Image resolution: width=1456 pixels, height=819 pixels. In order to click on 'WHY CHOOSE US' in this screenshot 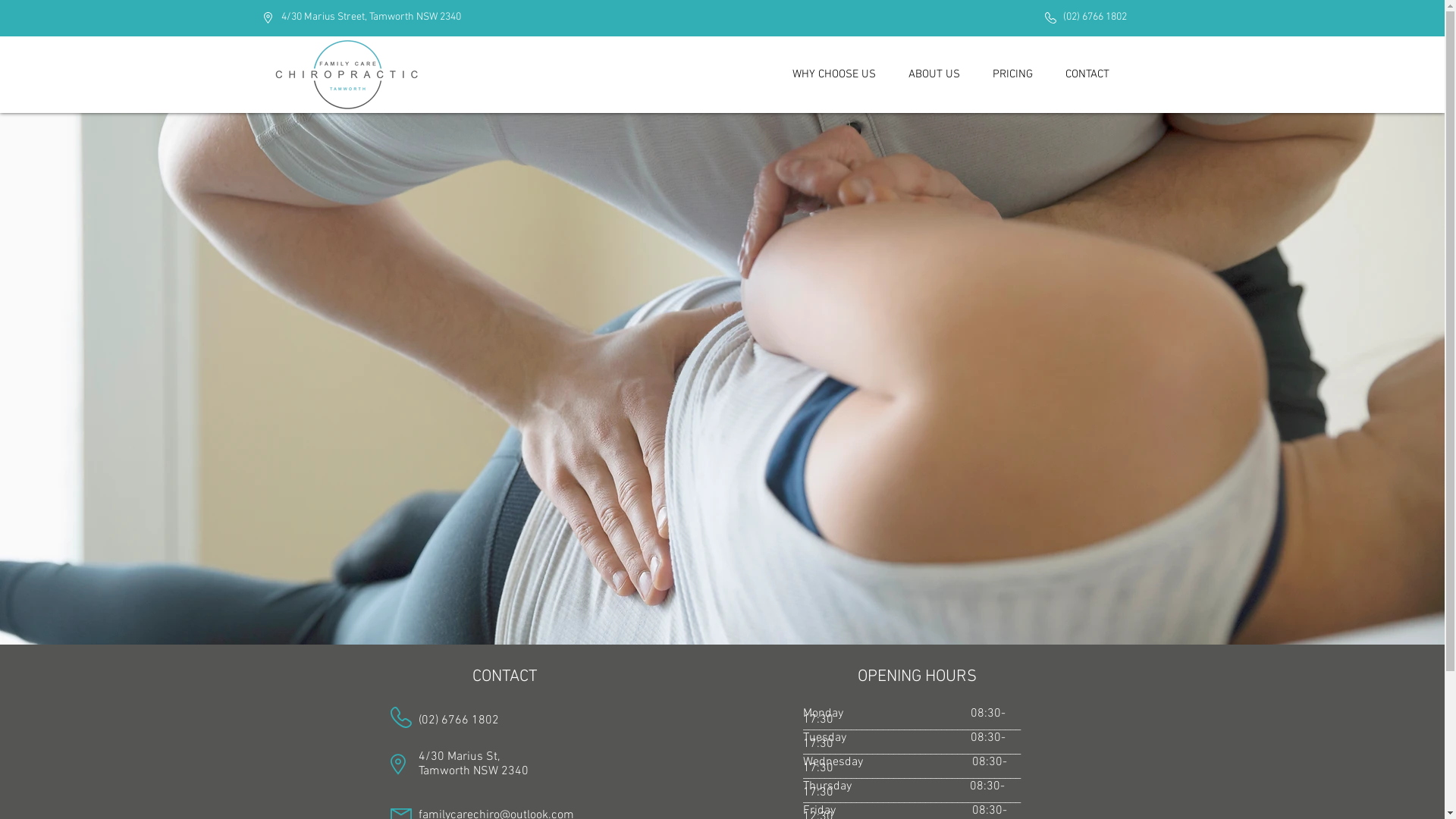, I will do `click(775, 74)`.